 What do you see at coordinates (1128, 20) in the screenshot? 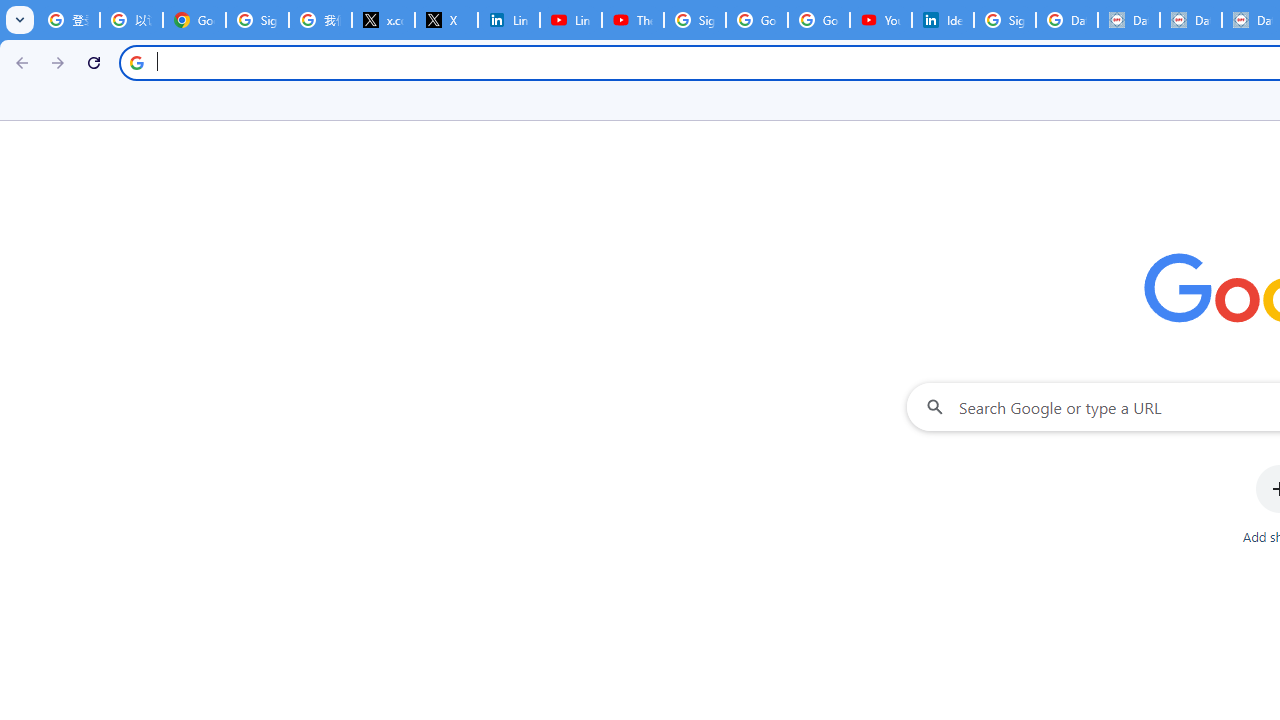
I see `'Data Privacy Framework'` at bounding box center [1128, 20].